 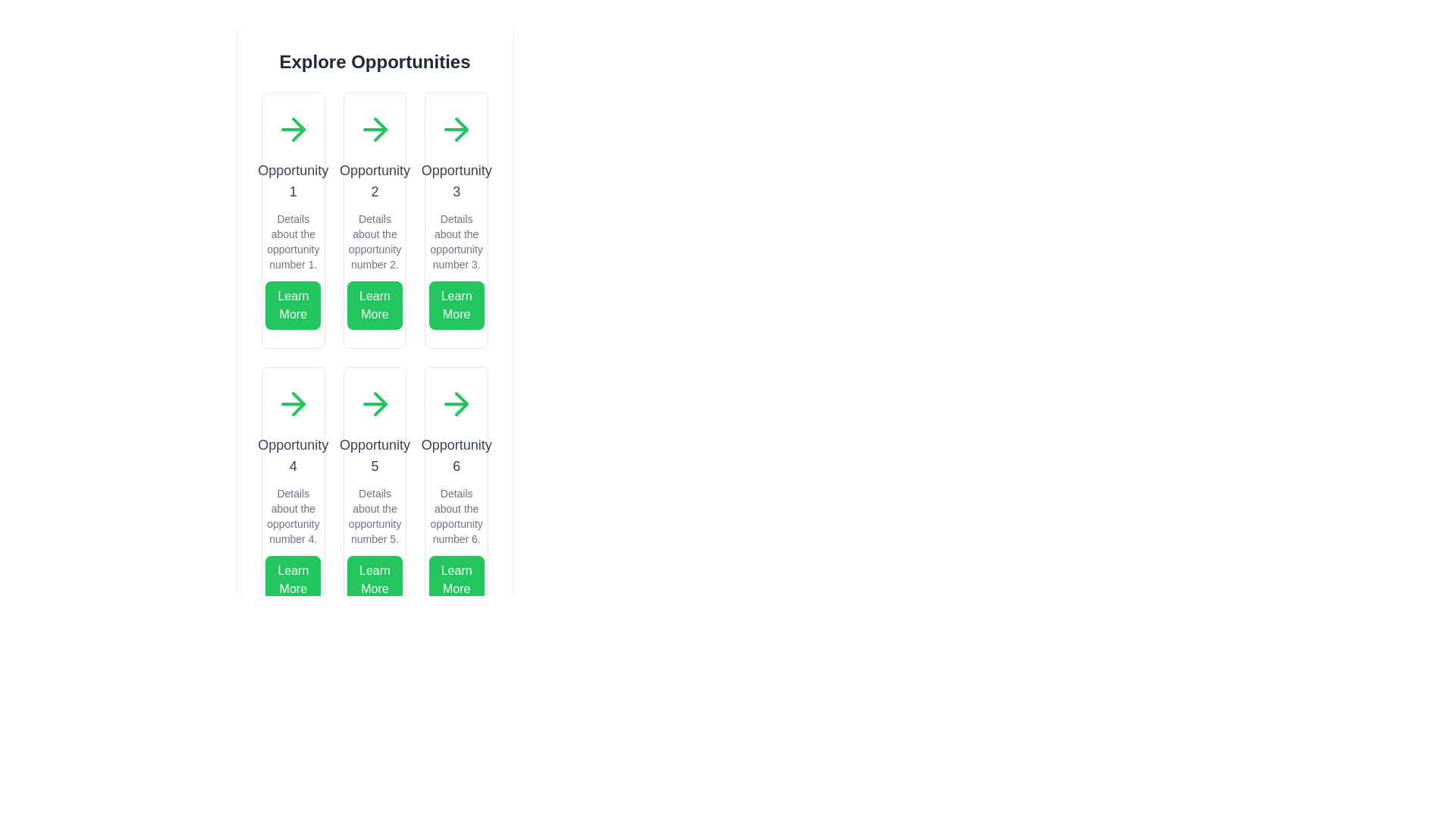 I want to click on the text label displaying 'Opportunity 4' in bold, dark gray font, located in the second row, first column of the grid layout, so click(x=293, y=455).